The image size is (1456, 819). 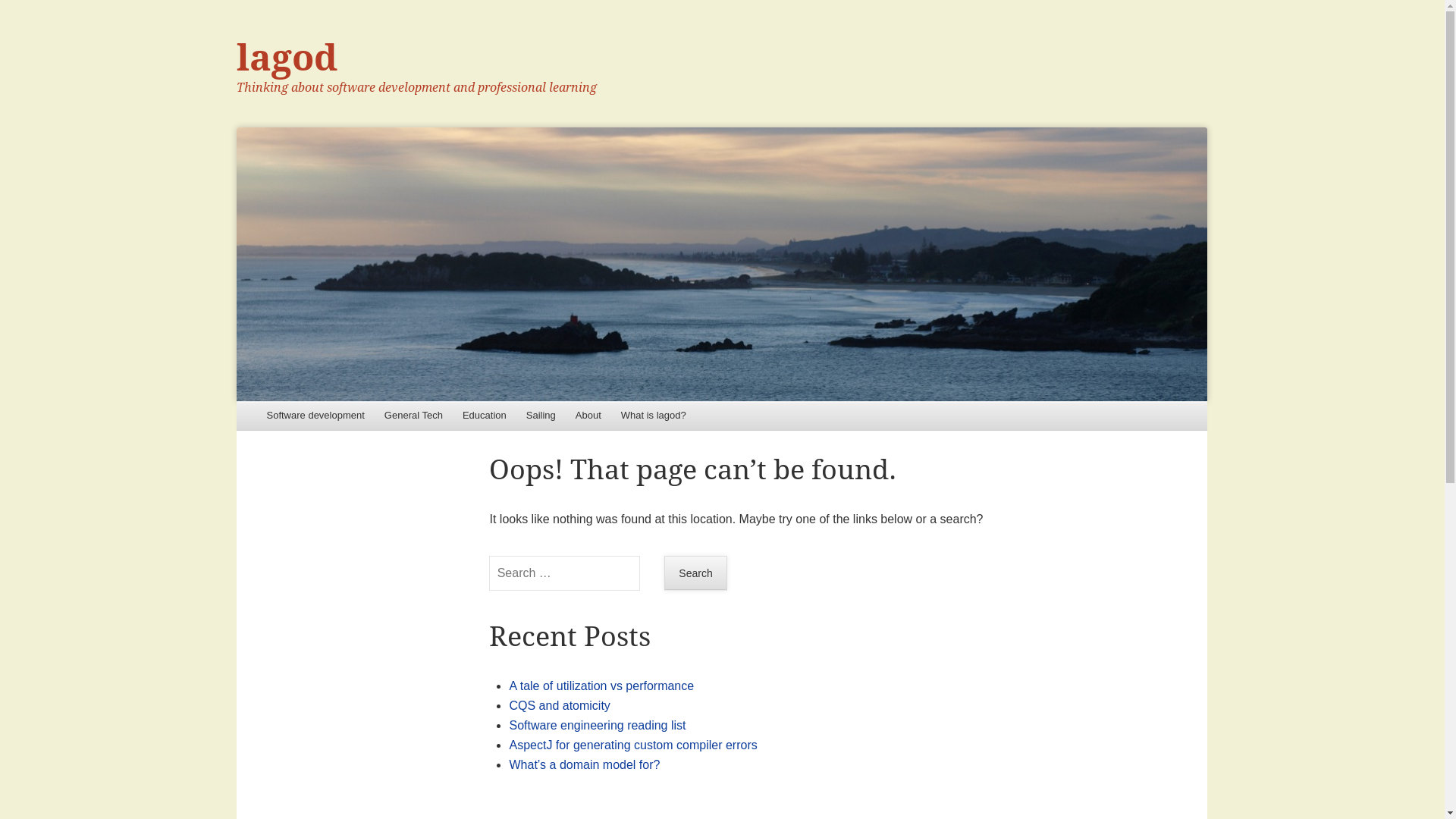 What do you see at coordinates (509, 686) in the screenshot?
I see `'A tale of utilization vs performance'` at bounding box center [509, 686].